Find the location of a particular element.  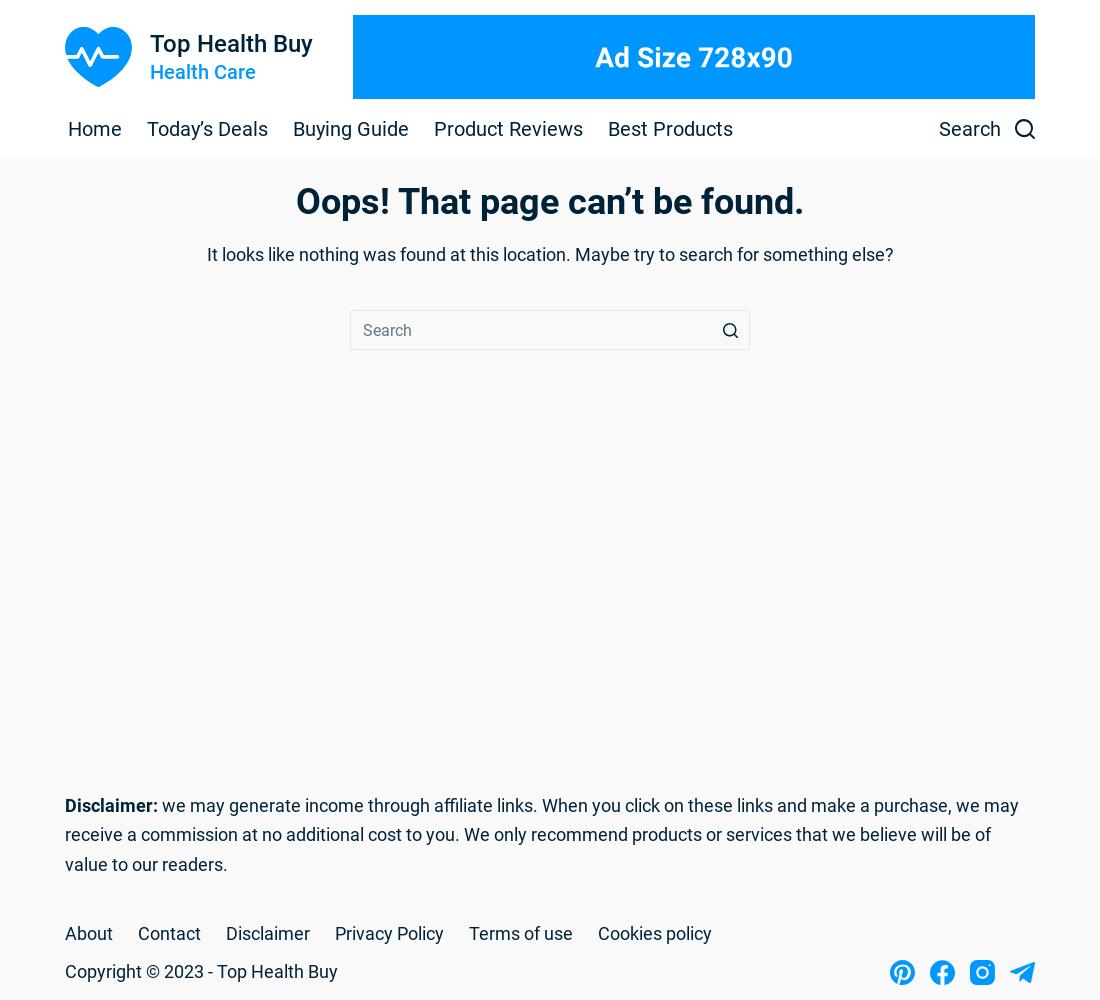

'It looks like nothing was found at this location. Maybe try to search for something else?' is located at coordinates (205, 254).